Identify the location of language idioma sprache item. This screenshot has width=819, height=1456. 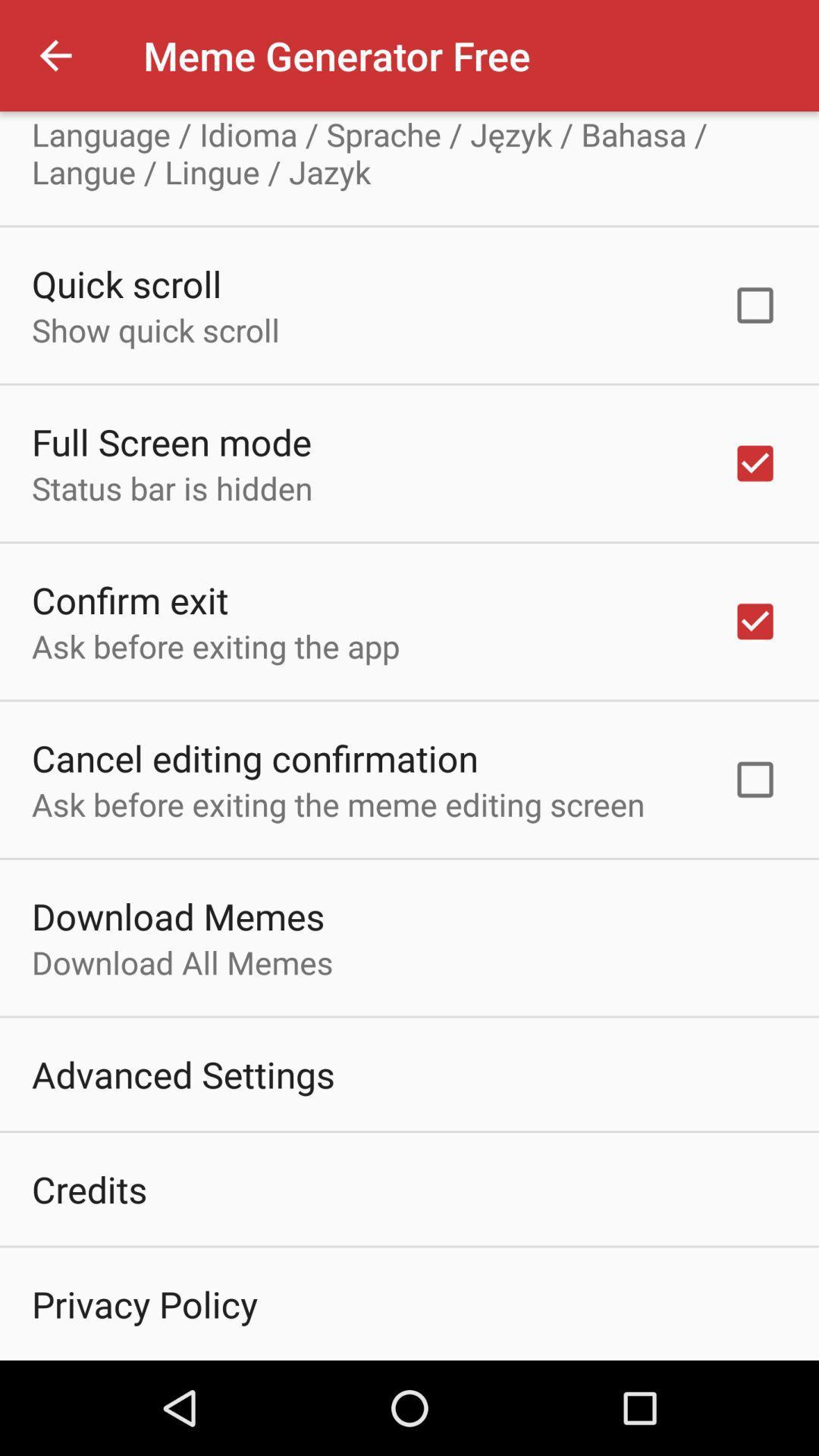
(409, 152).